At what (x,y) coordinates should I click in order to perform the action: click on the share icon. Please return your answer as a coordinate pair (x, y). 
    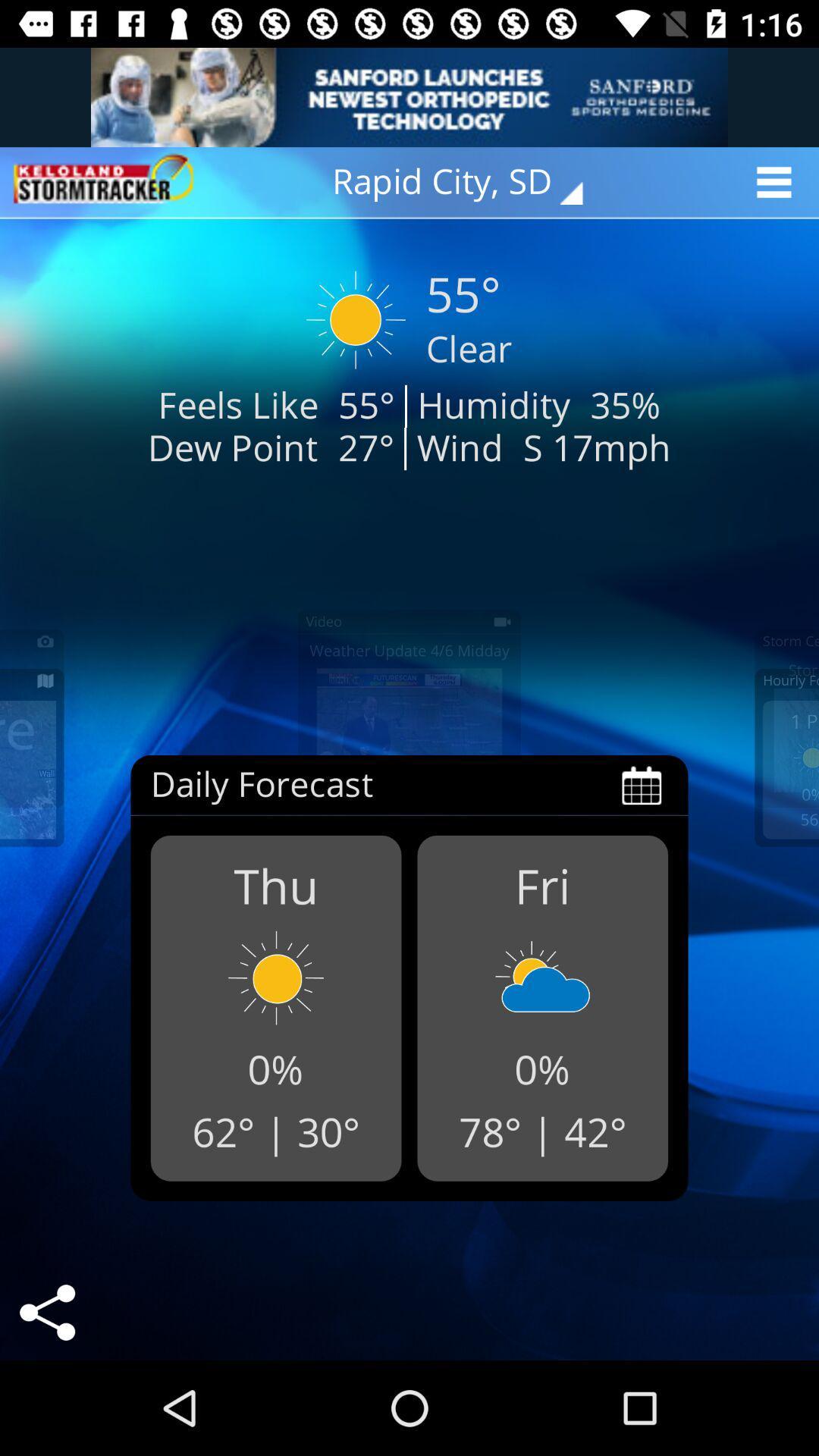
    Looking at the image, I should click on (46, 1312).